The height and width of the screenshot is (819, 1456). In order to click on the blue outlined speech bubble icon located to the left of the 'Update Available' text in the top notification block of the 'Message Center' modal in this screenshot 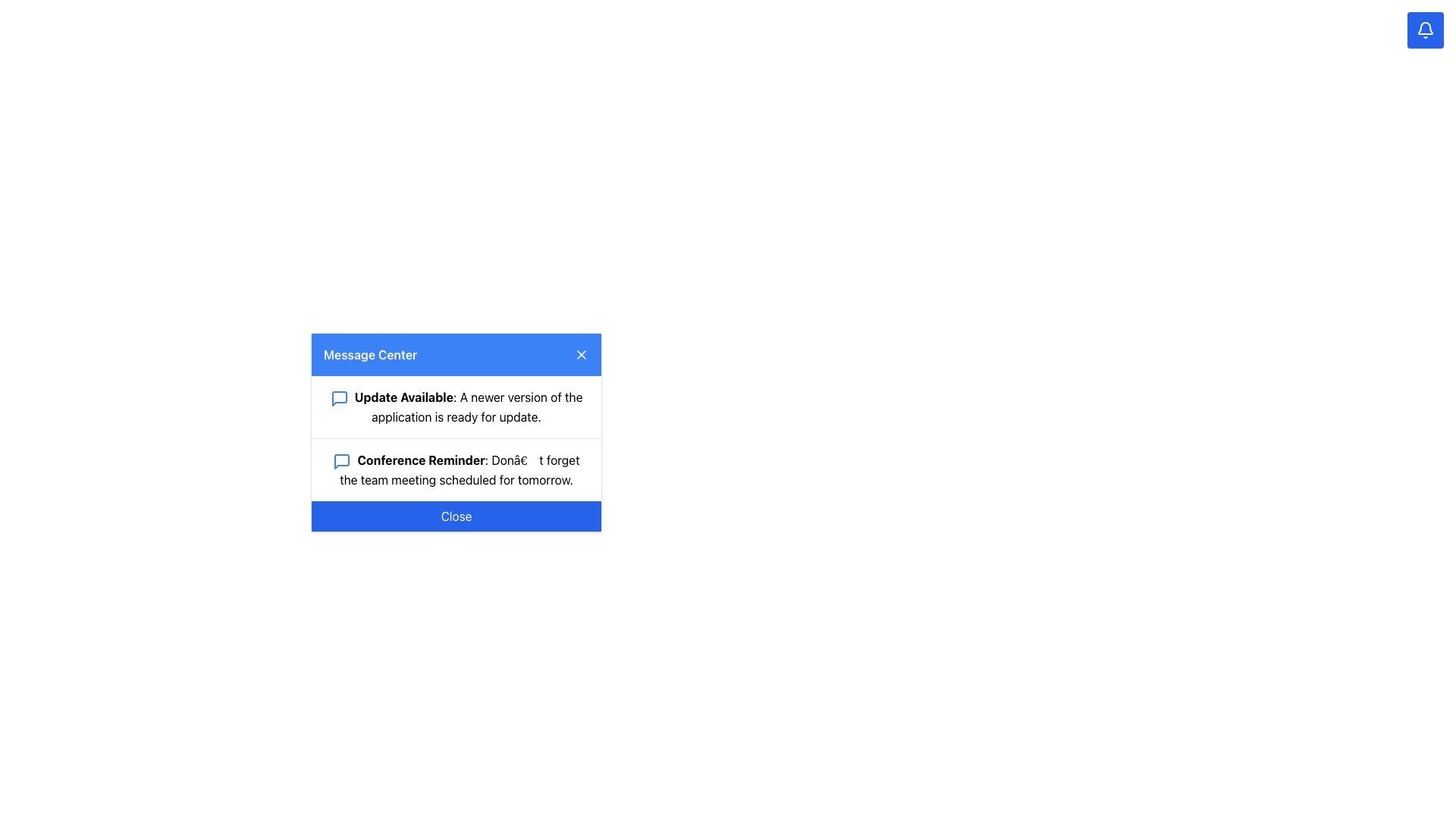, I will do `click(338, 397)`.